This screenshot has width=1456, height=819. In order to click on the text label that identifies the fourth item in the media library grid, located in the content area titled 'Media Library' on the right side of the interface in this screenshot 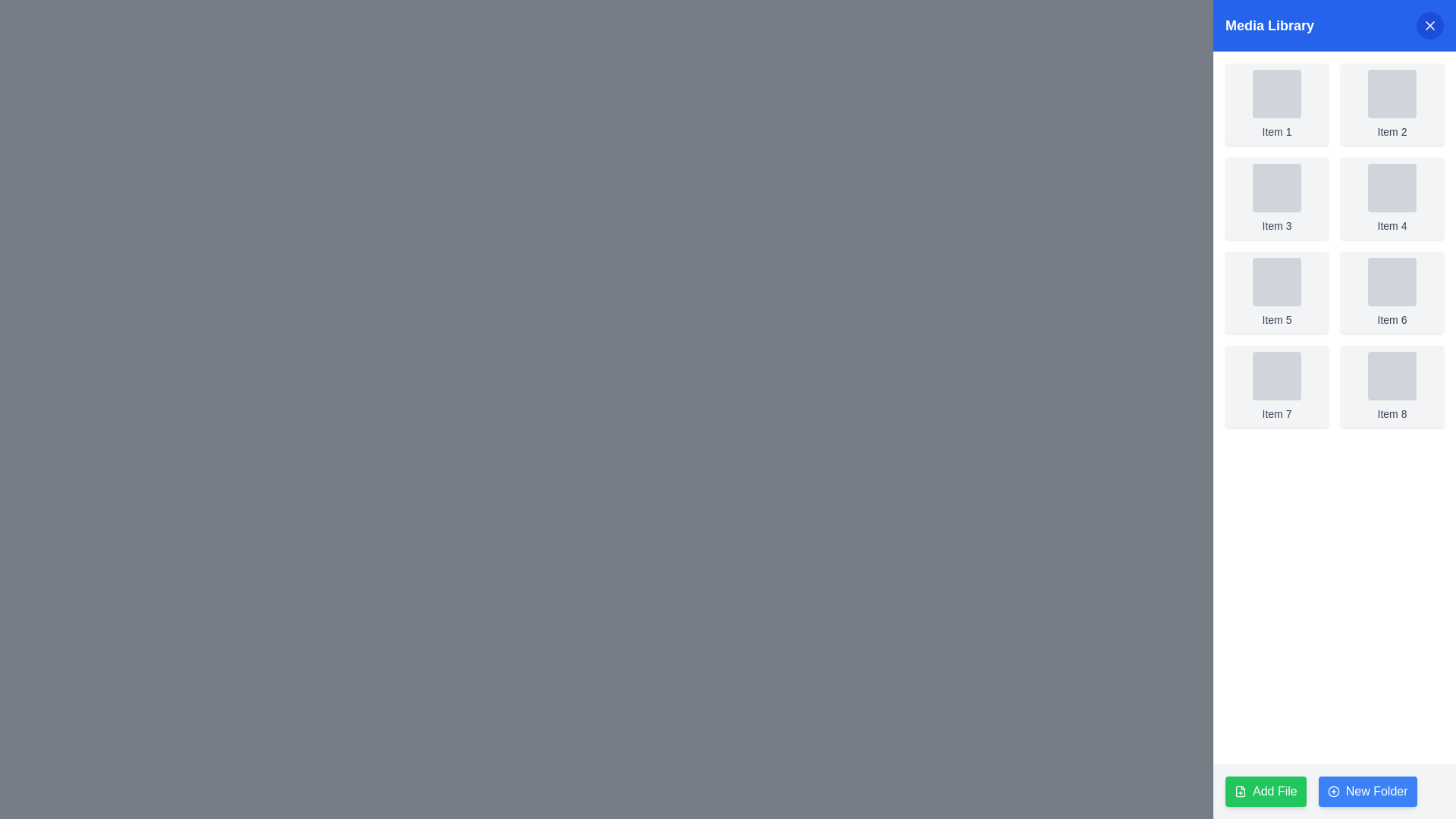, I will do `click(1392, 225)`.